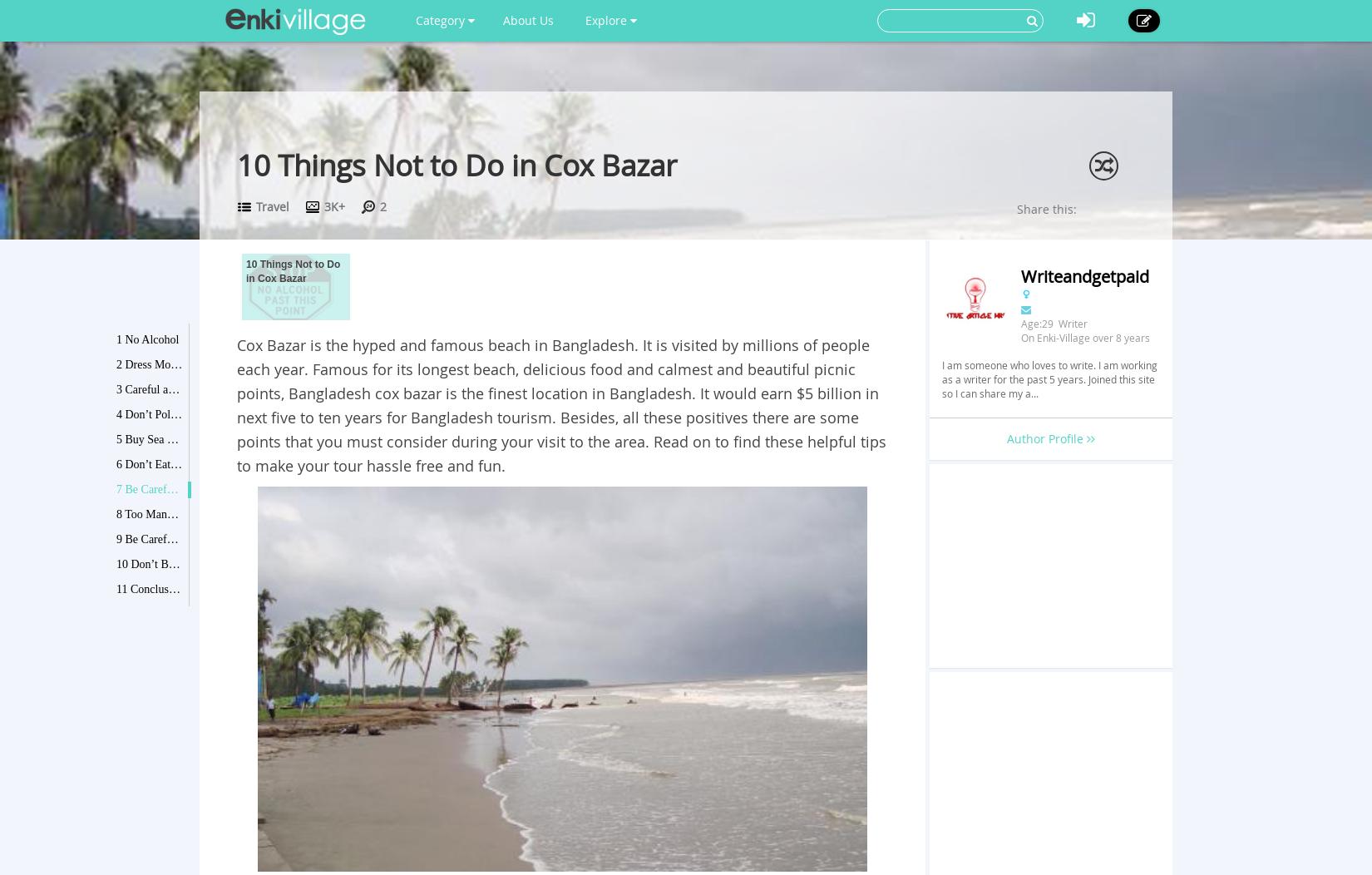 Image resolution: width=1372 pixels, height=875 pixels. Describe the element at coordinates (1044, 438) in the screenshot. I see `'Author Profile'` at that location.